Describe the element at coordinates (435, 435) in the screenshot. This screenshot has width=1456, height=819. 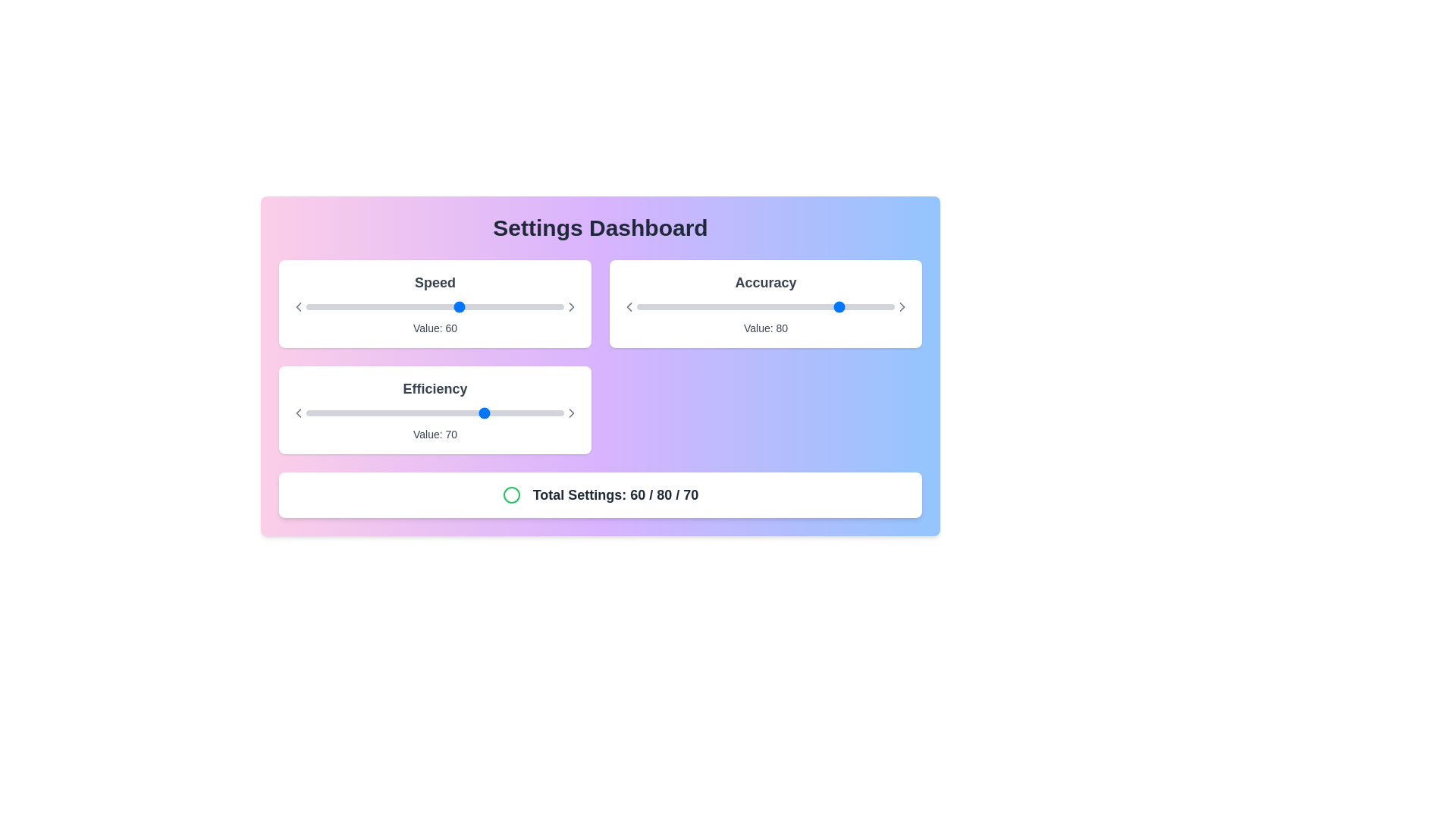
I see `the static text element displaying 'Value: 70' located beneath the range slider in the 'Efficiency' section` at that location.